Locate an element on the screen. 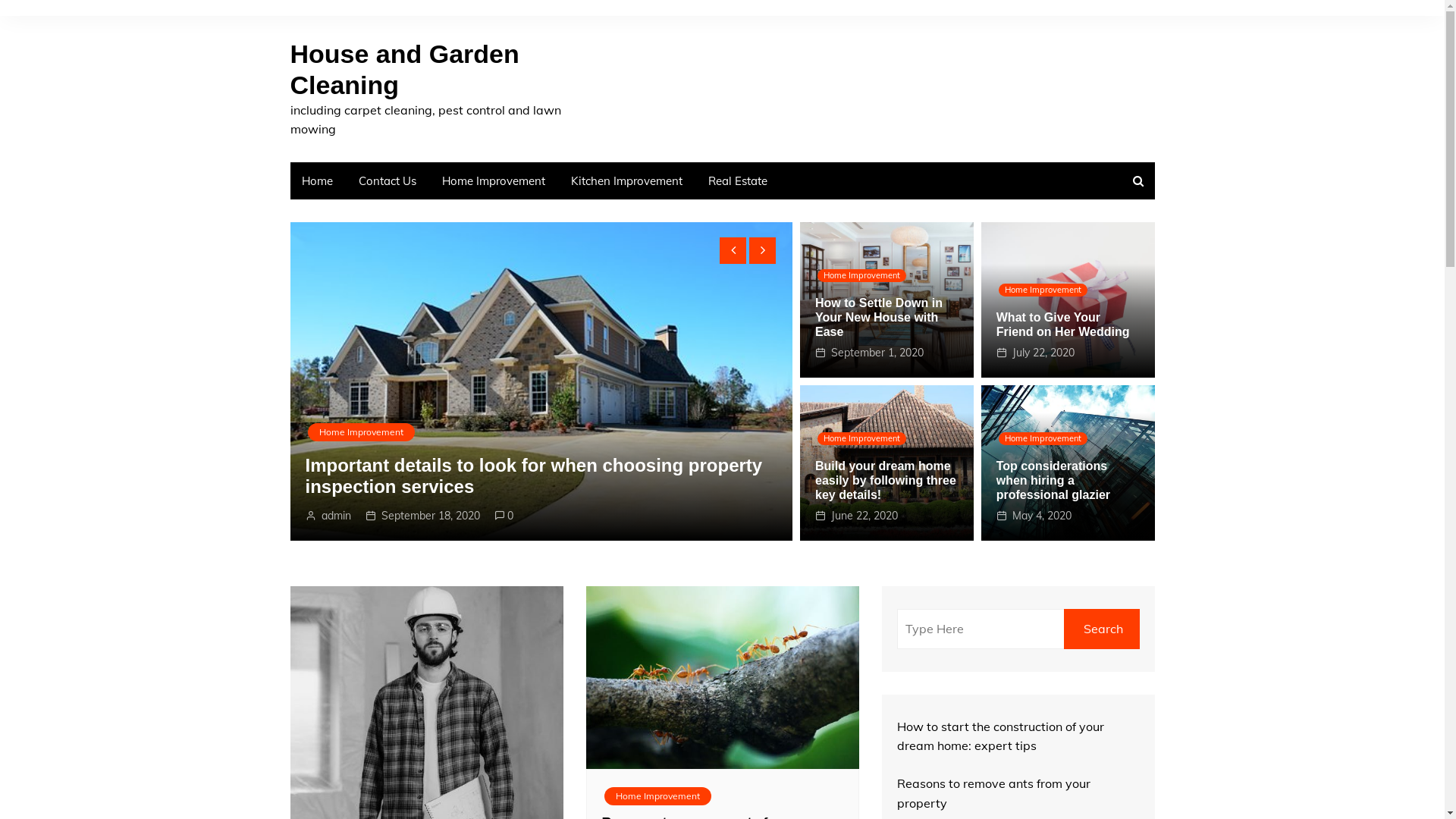 This screenshot has height=819, width=1456. 'Top considerations when hiring a professional glazier' is located at coordinates (1052, 480).